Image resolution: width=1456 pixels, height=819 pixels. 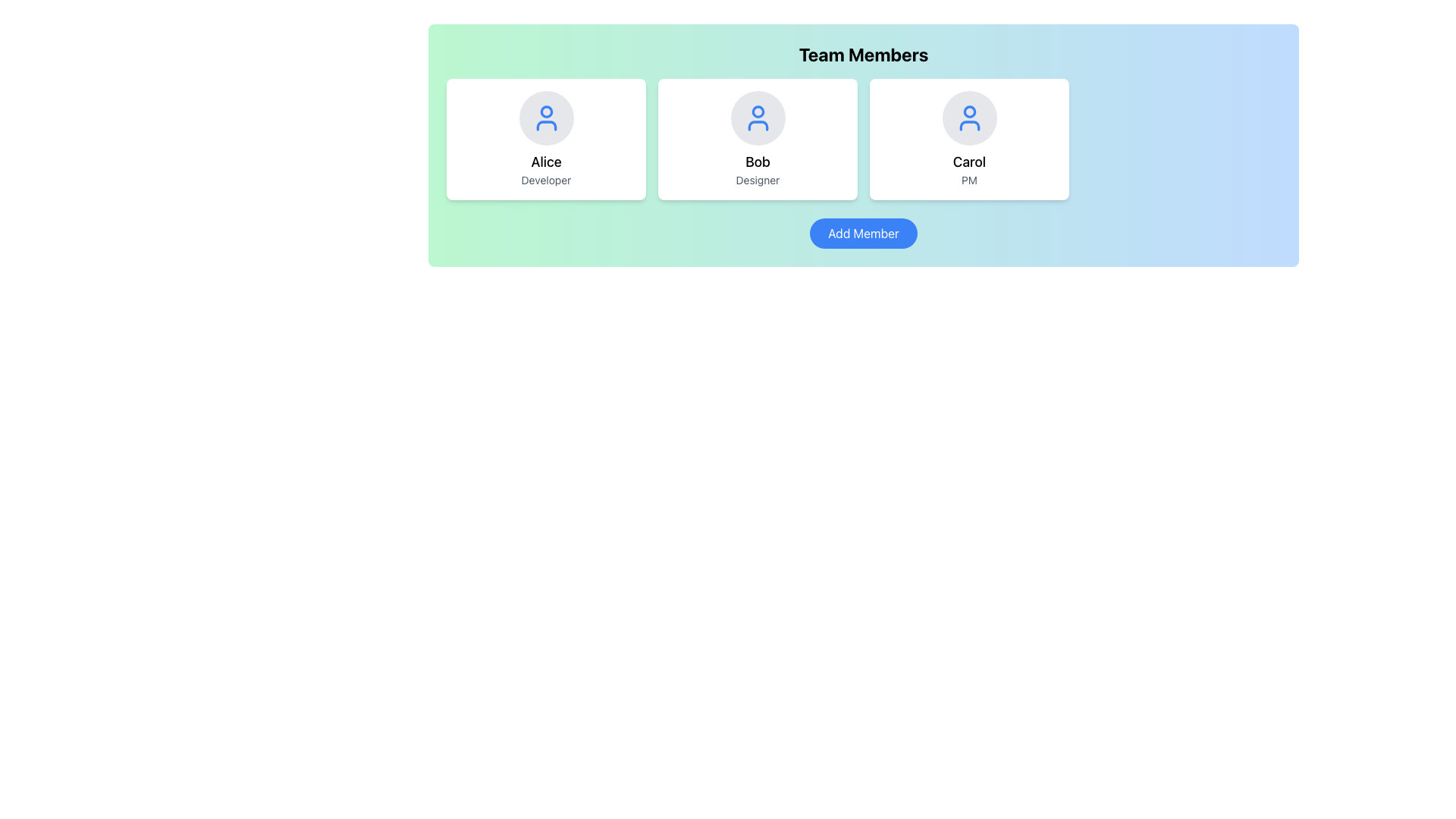 I want to click on the blue circular user icon representing the user avatar, located above the 'Bob Designer' card in the interface, so click(x=758, y=124).